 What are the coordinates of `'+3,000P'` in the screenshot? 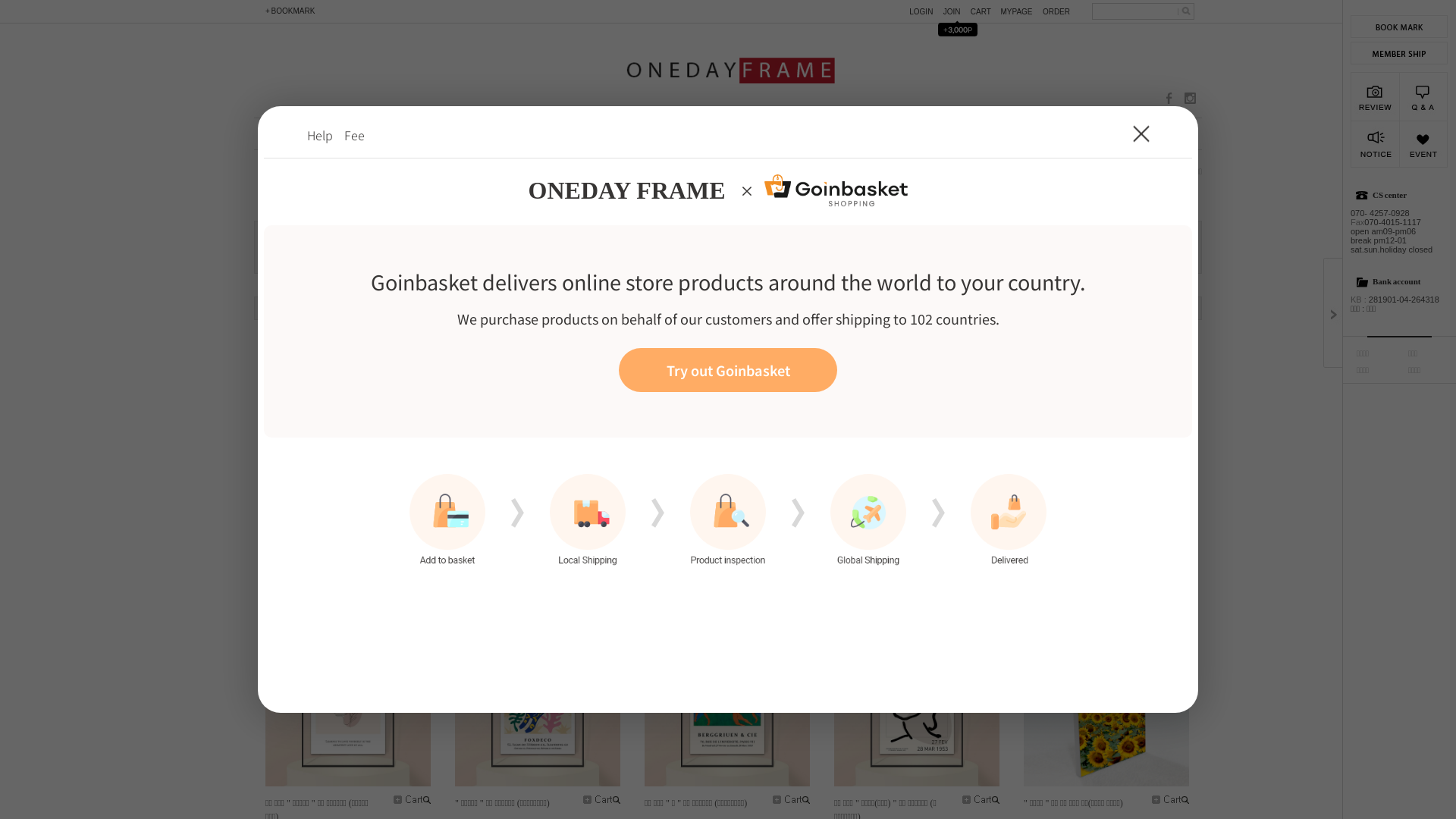 It's located at (930, 28).